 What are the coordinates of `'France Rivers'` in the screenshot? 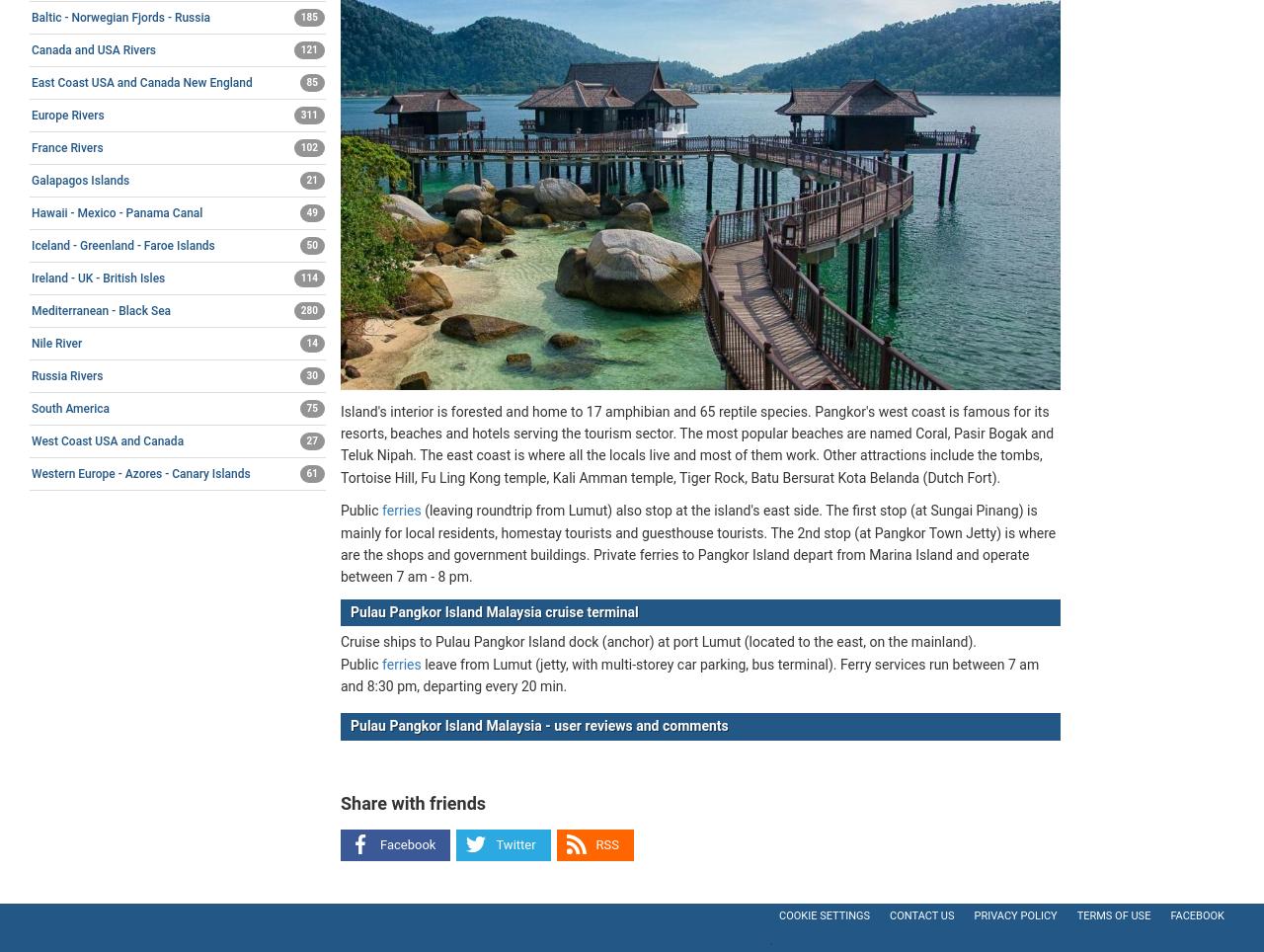 It's located at (66, 147).